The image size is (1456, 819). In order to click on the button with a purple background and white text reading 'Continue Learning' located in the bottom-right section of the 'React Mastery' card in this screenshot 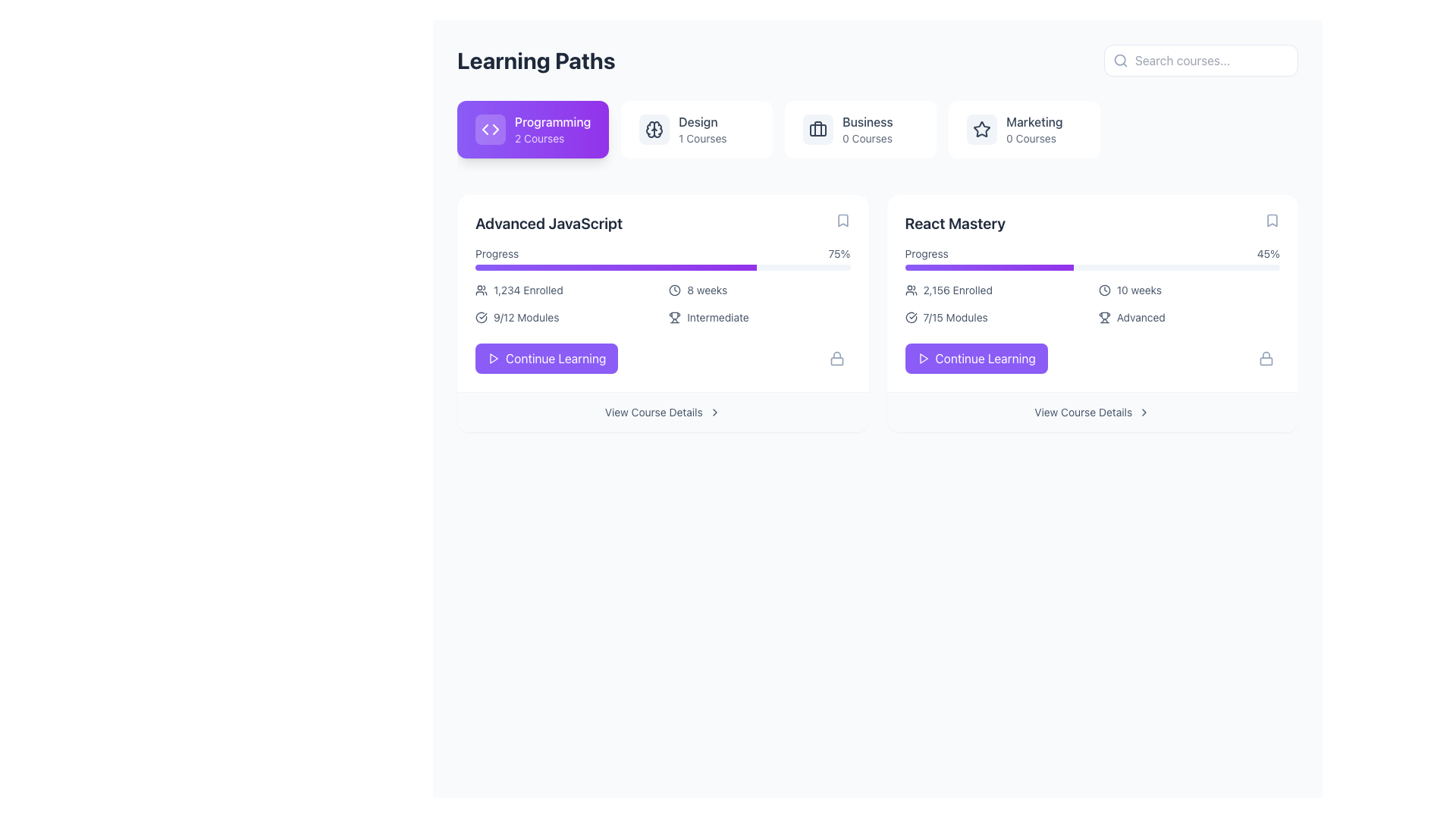, I will do `click(976, 359)`.